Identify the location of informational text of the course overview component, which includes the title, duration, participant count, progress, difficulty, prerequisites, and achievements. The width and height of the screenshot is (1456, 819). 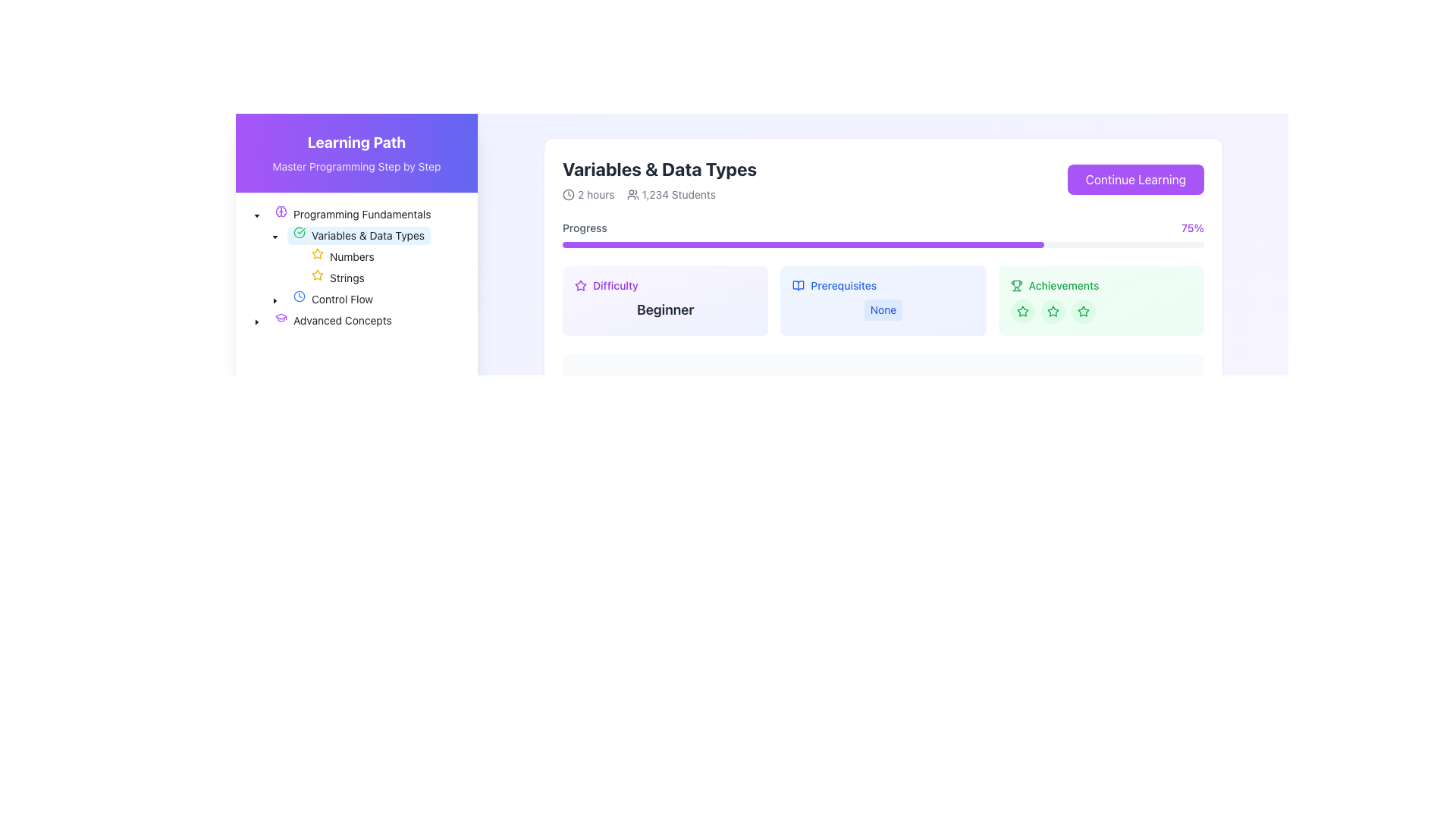
(883, 314).